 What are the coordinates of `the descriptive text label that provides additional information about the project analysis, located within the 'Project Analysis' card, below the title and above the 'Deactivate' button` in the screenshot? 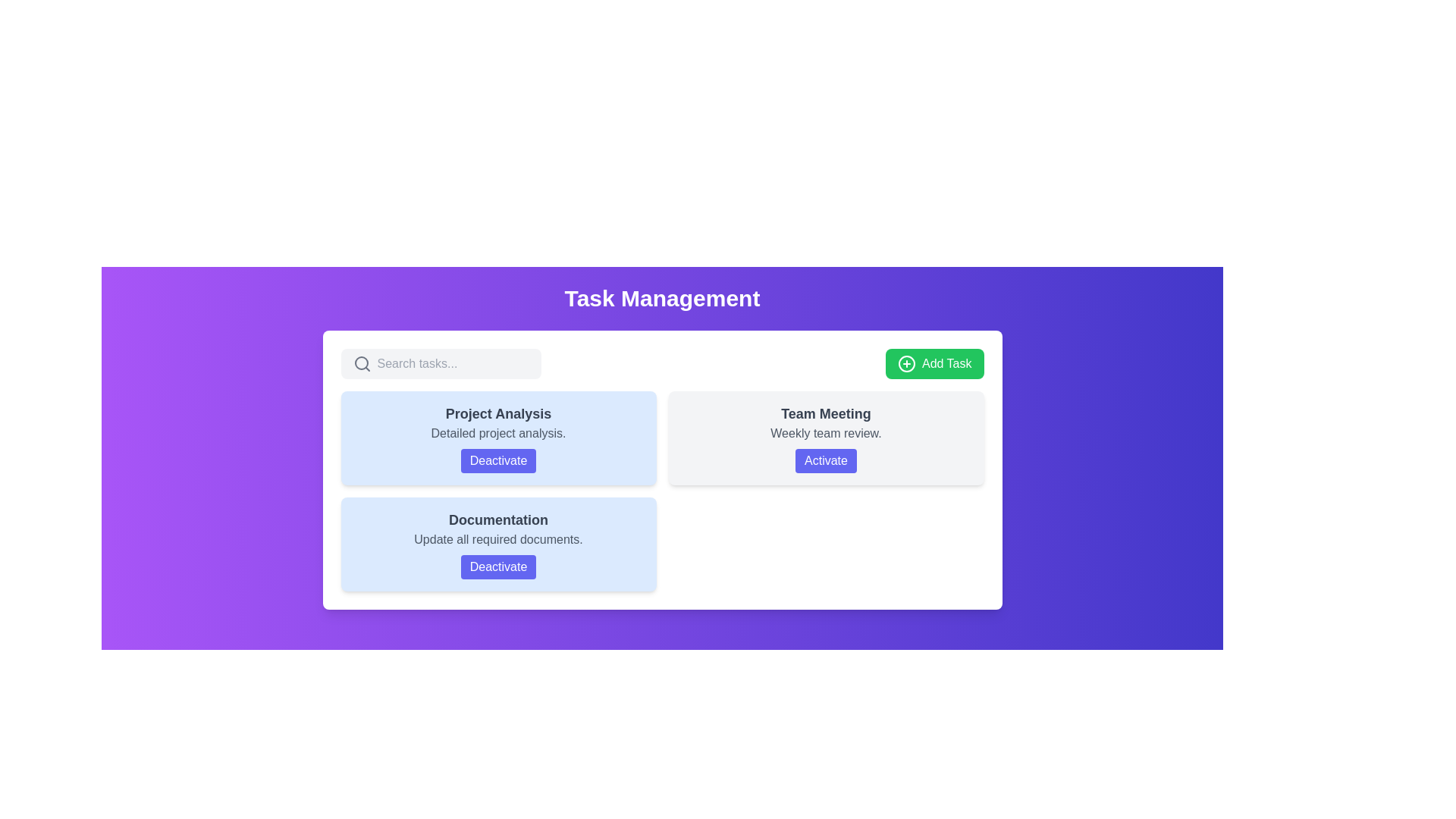 It's located at (498, 433).